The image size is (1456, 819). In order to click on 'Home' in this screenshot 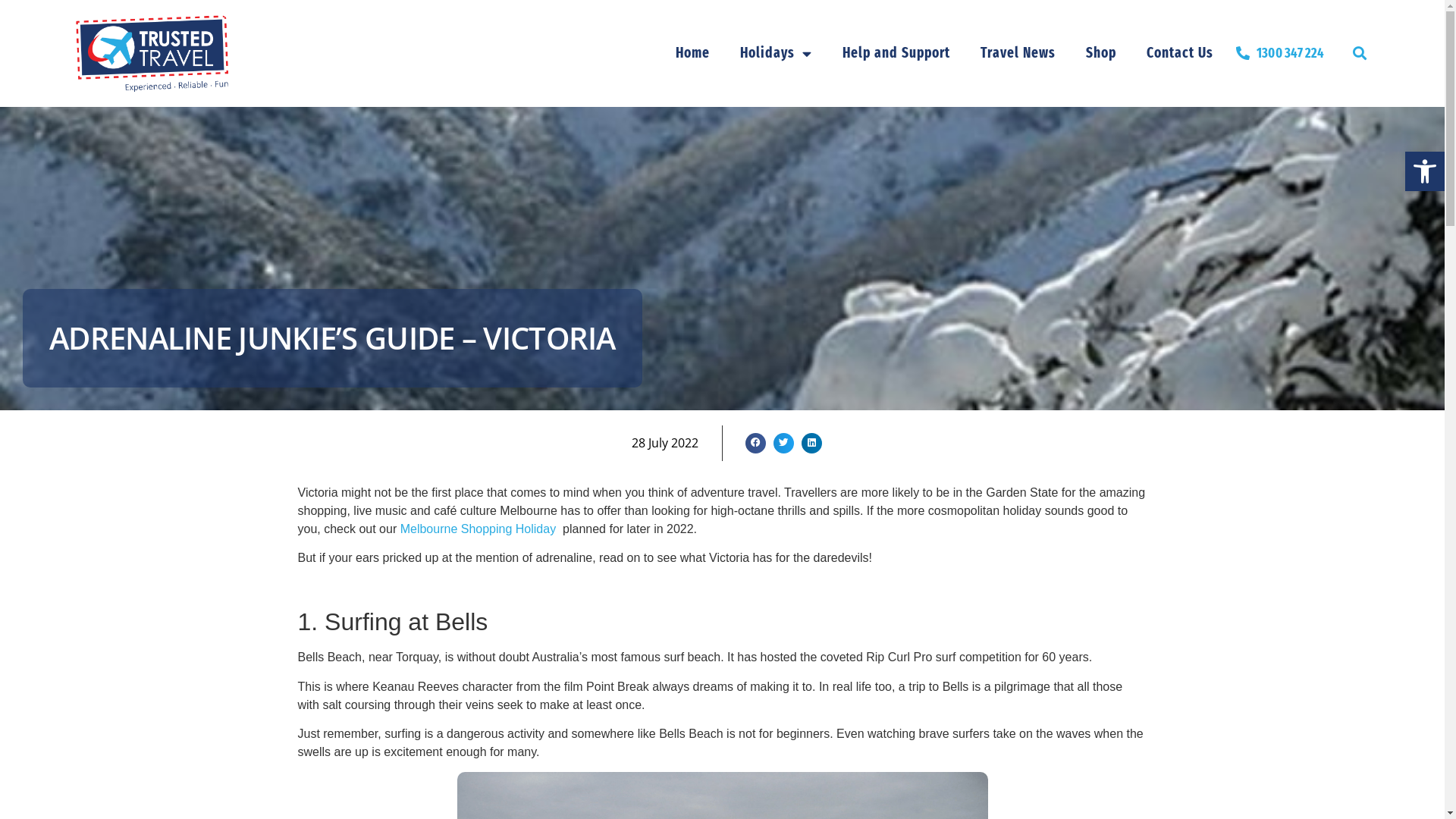, I will do `click(692, 52)`.